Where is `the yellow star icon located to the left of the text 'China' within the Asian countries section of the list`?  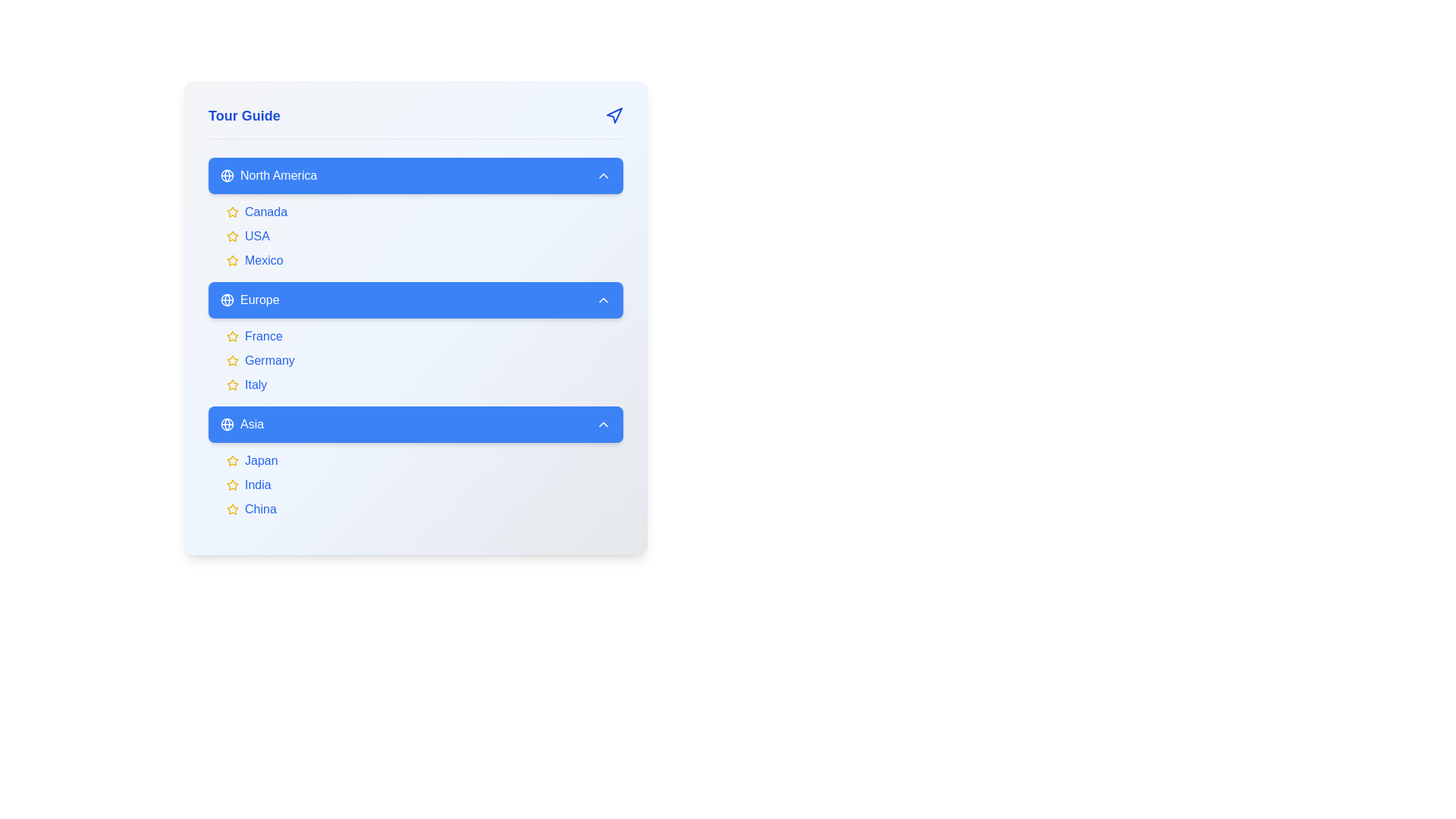
the yellow star icon located to the left of the text 'China' within the Asian countries section of the list is located at coordinates (232, 509).